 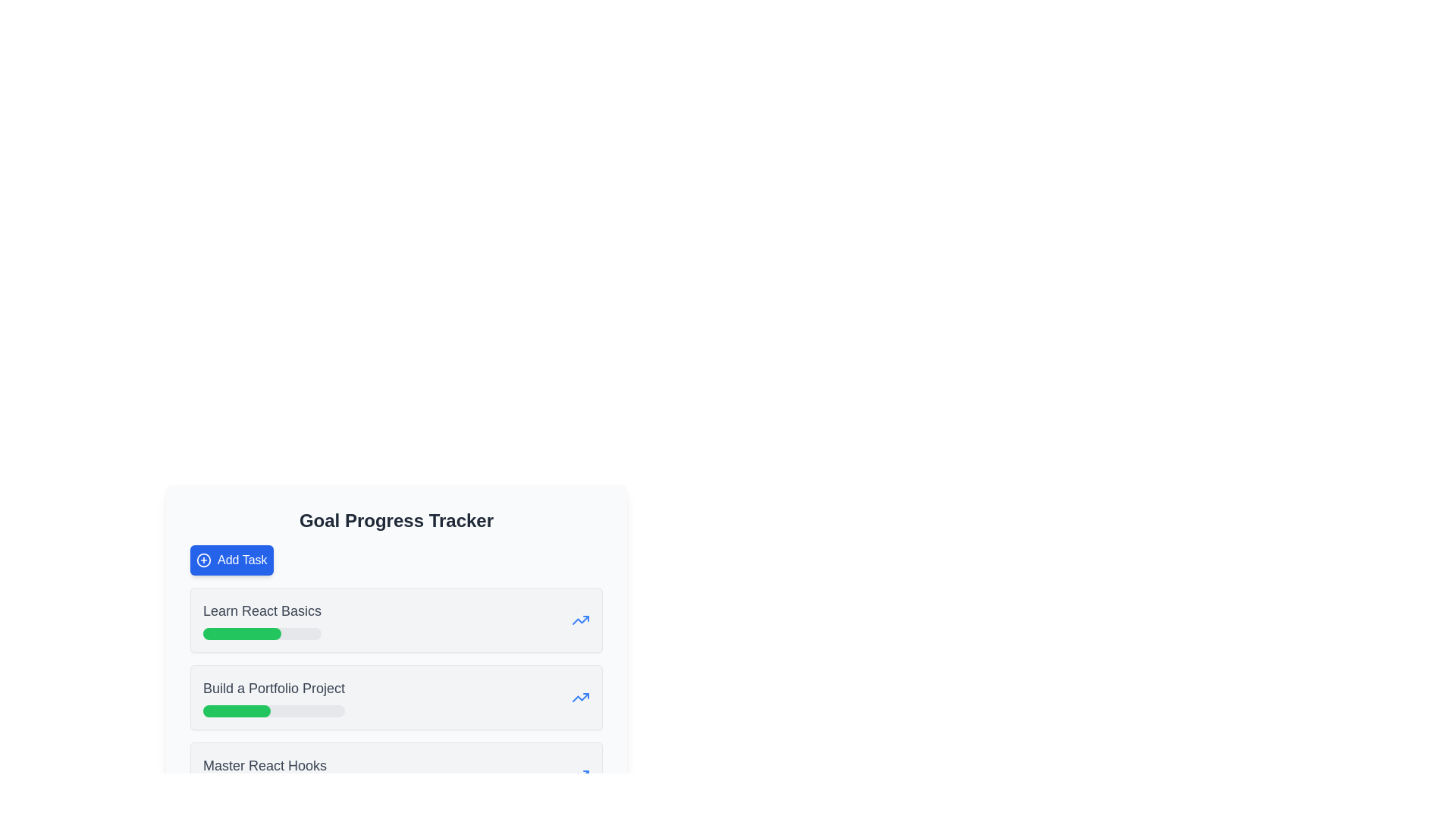 What do you see at coordinates (262, 610) in the screenshot?
I see `displayed text from the title label of a task within a progress tracker application, located at the top-left of a rectangular card above a green progress bar` at bounding box center [262, 610].